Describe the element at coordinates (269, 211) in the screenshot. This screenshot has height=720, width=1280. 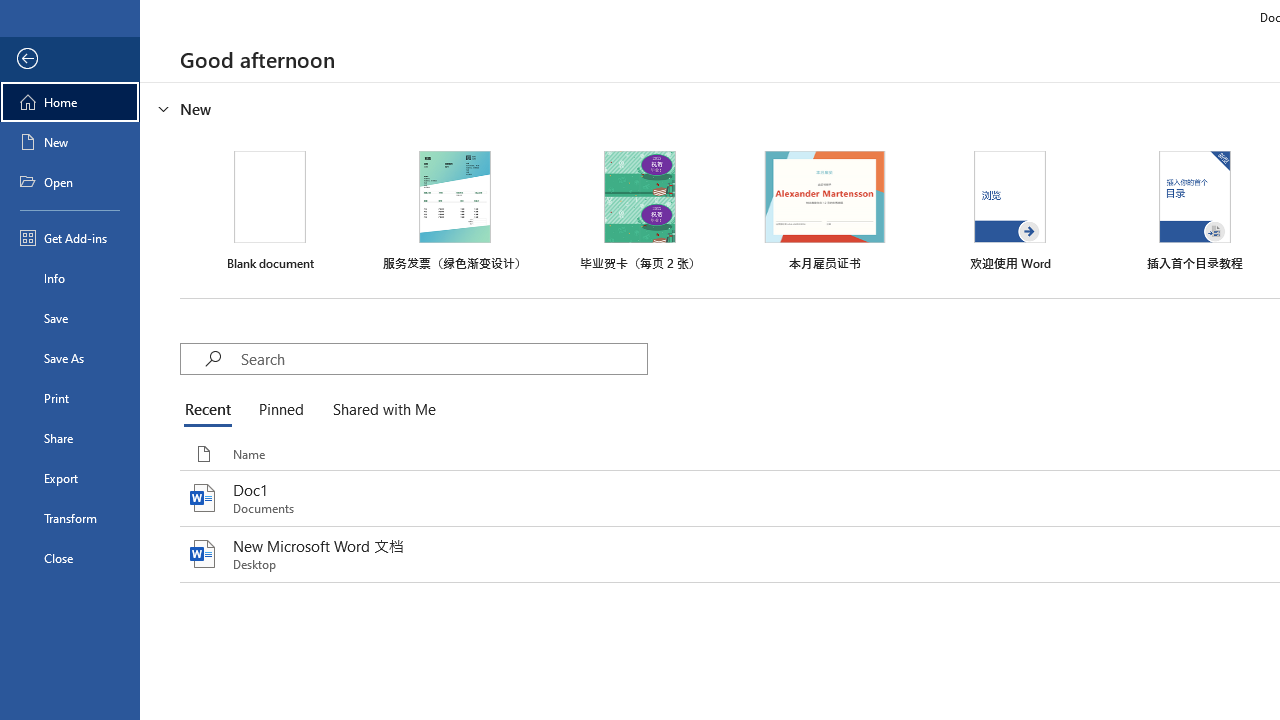
I see `'Blank document'` at that location.